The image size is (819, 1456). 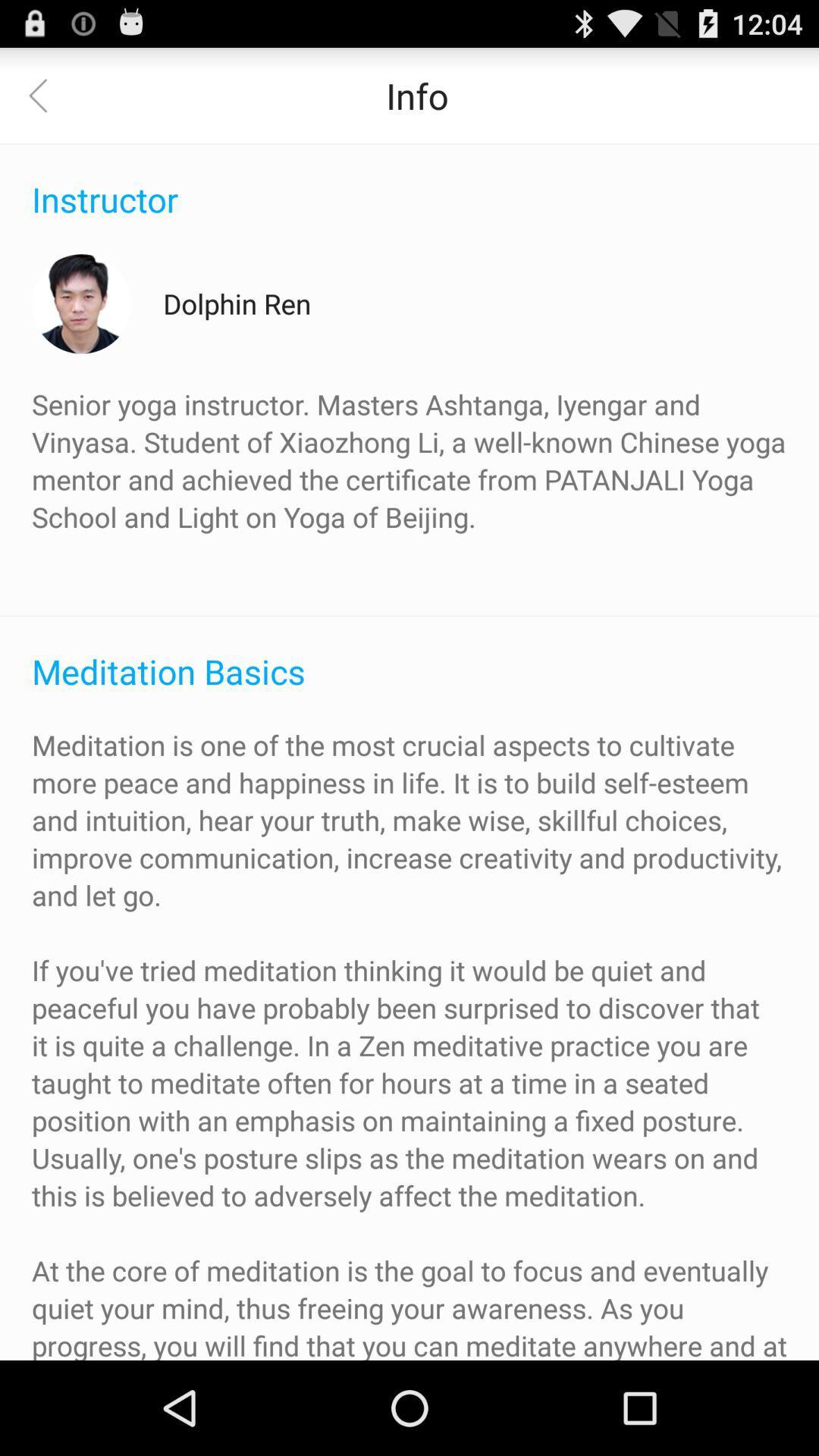 What do you see at coordinates (46, 101) in the screenshot?
I see `the arrow_backward icon` at bounding box center [46, 101].